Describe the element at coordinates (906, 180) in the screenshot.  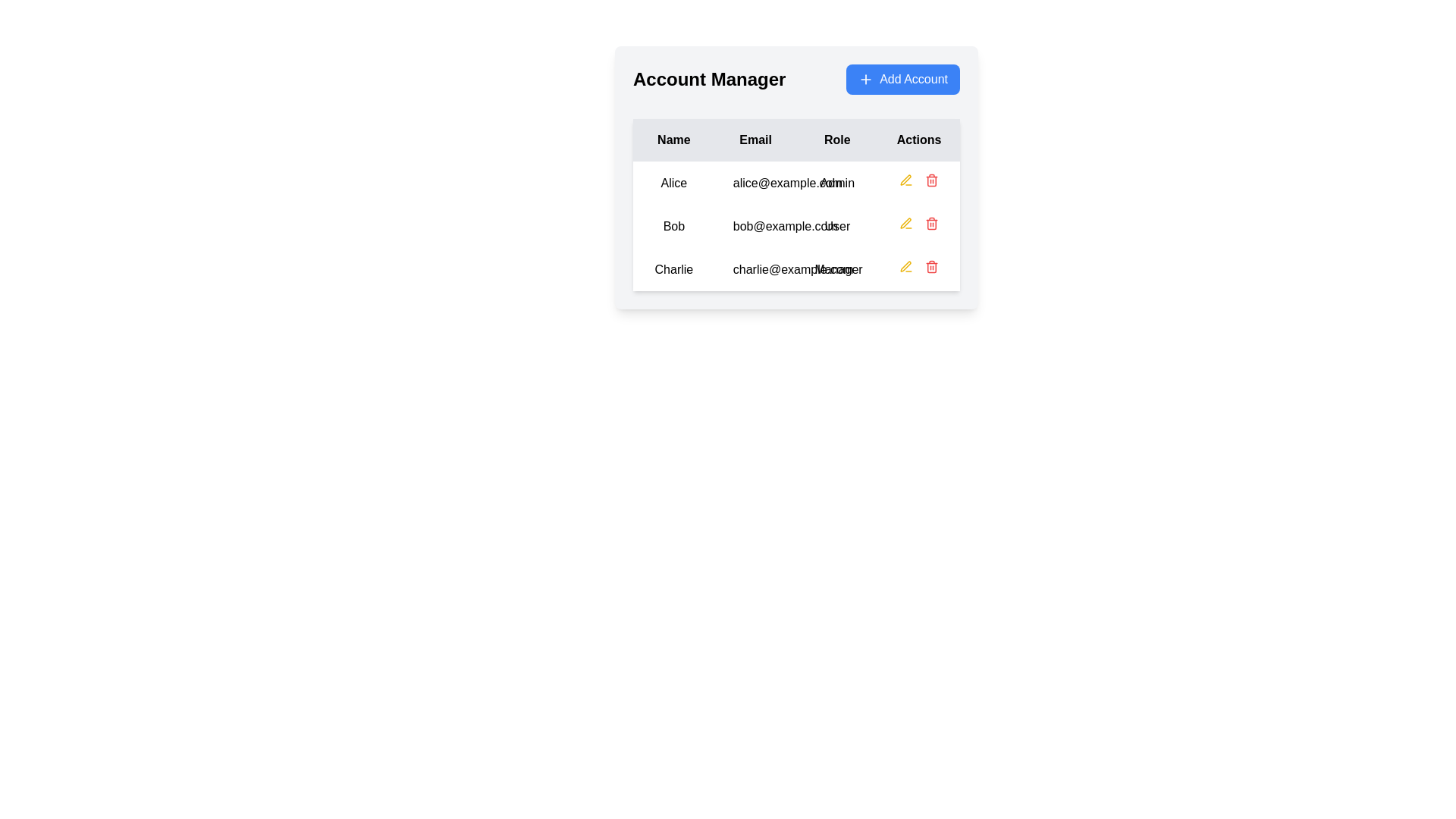
I see `the pencil icon in the 'Actions' column of the second data row to initiate the edit action for the corresponding user` at that location.